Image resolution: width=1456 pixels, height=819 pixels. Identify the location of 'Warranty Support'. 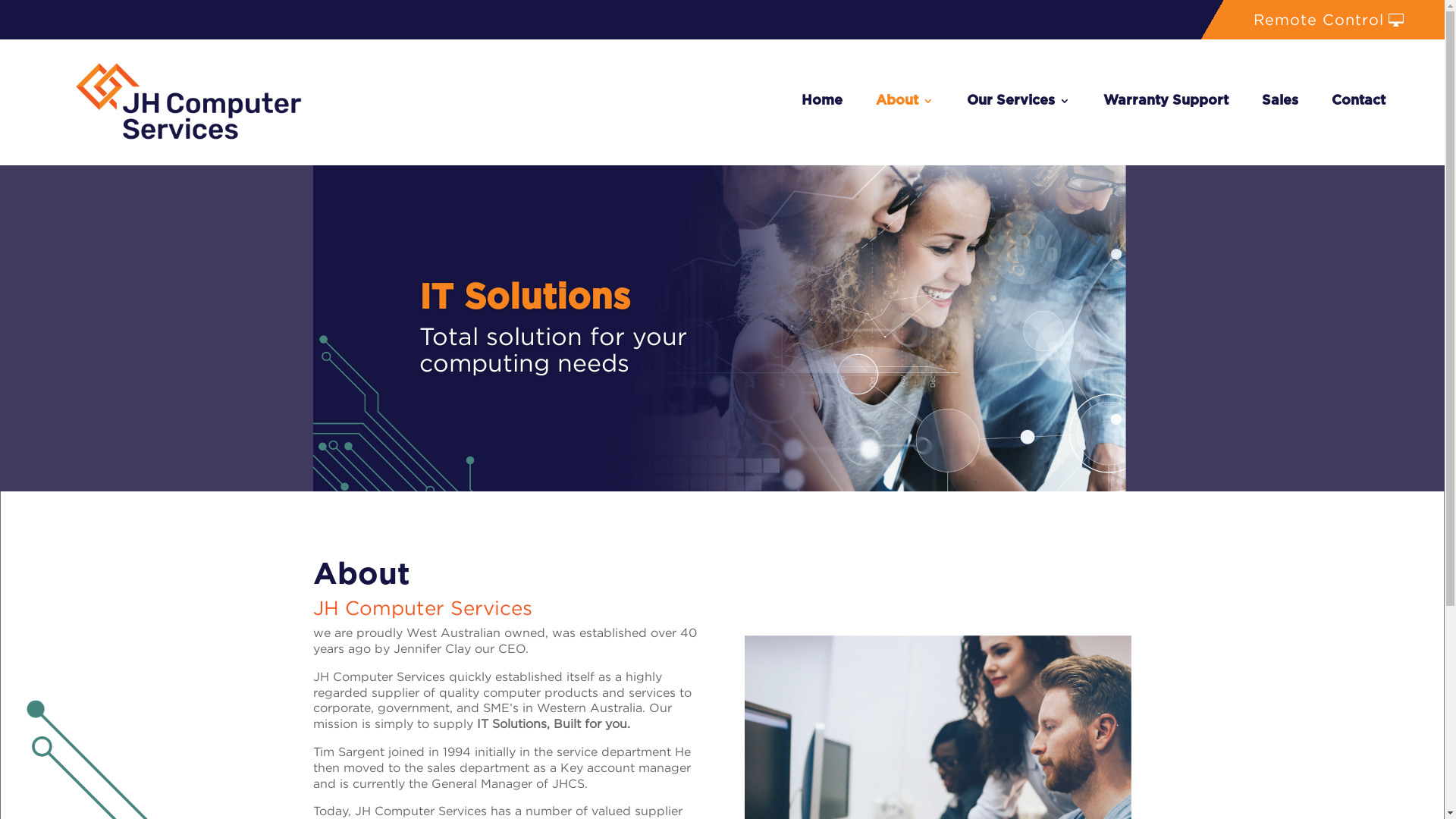
(1165, 101).